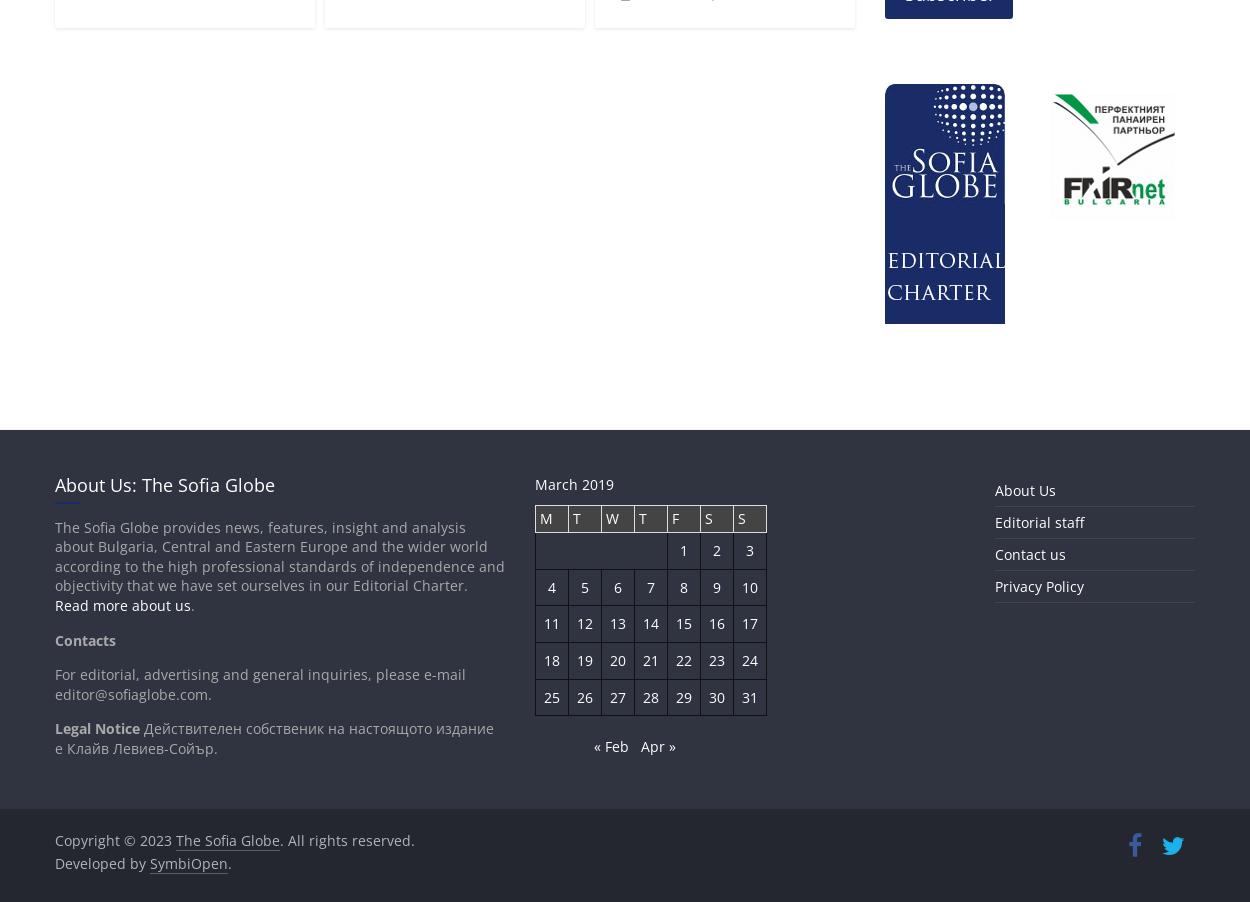 The image size is (1250, 902). Describe the element at coordinates (548, 586) in the screenshot. I see `'4'` at that location.